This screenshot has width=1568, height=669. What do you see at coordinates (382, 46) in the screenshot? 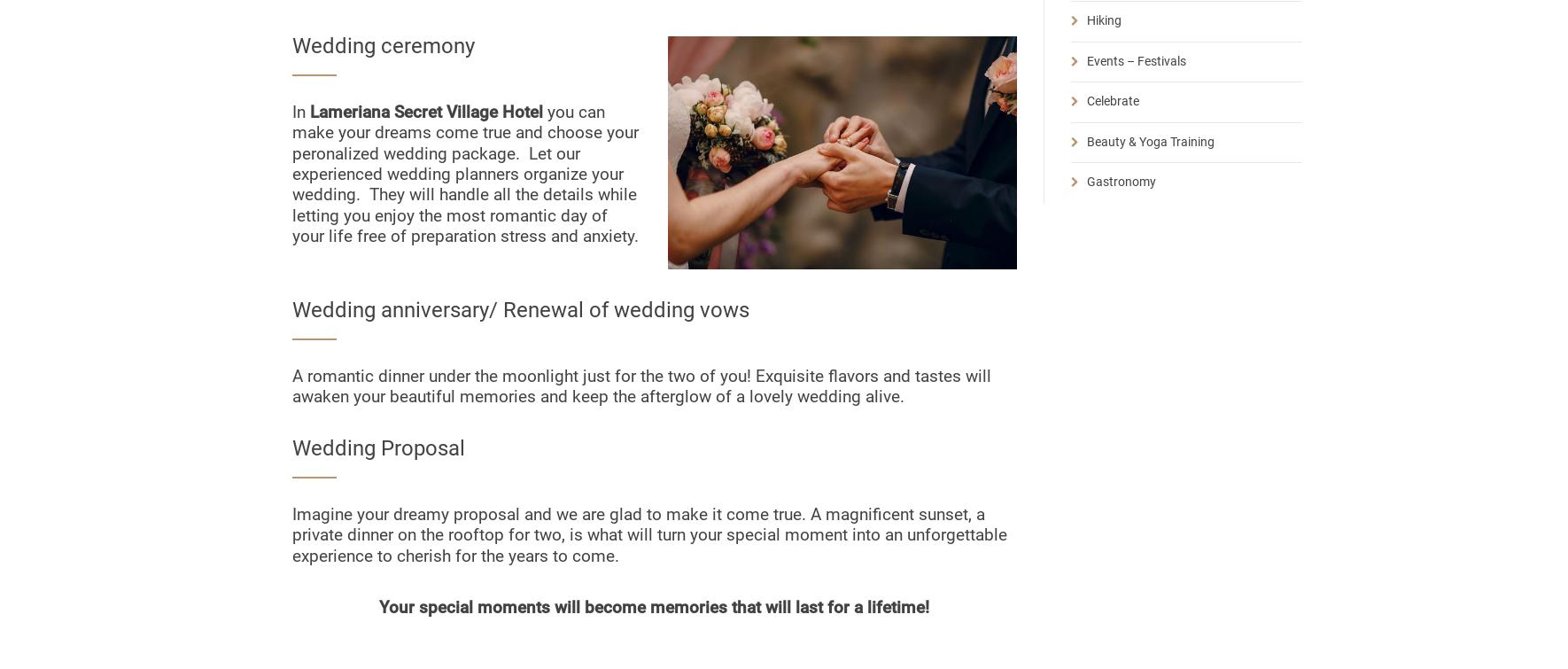
I see `'Wedding ceremony'` at bounding box center [382, 46].